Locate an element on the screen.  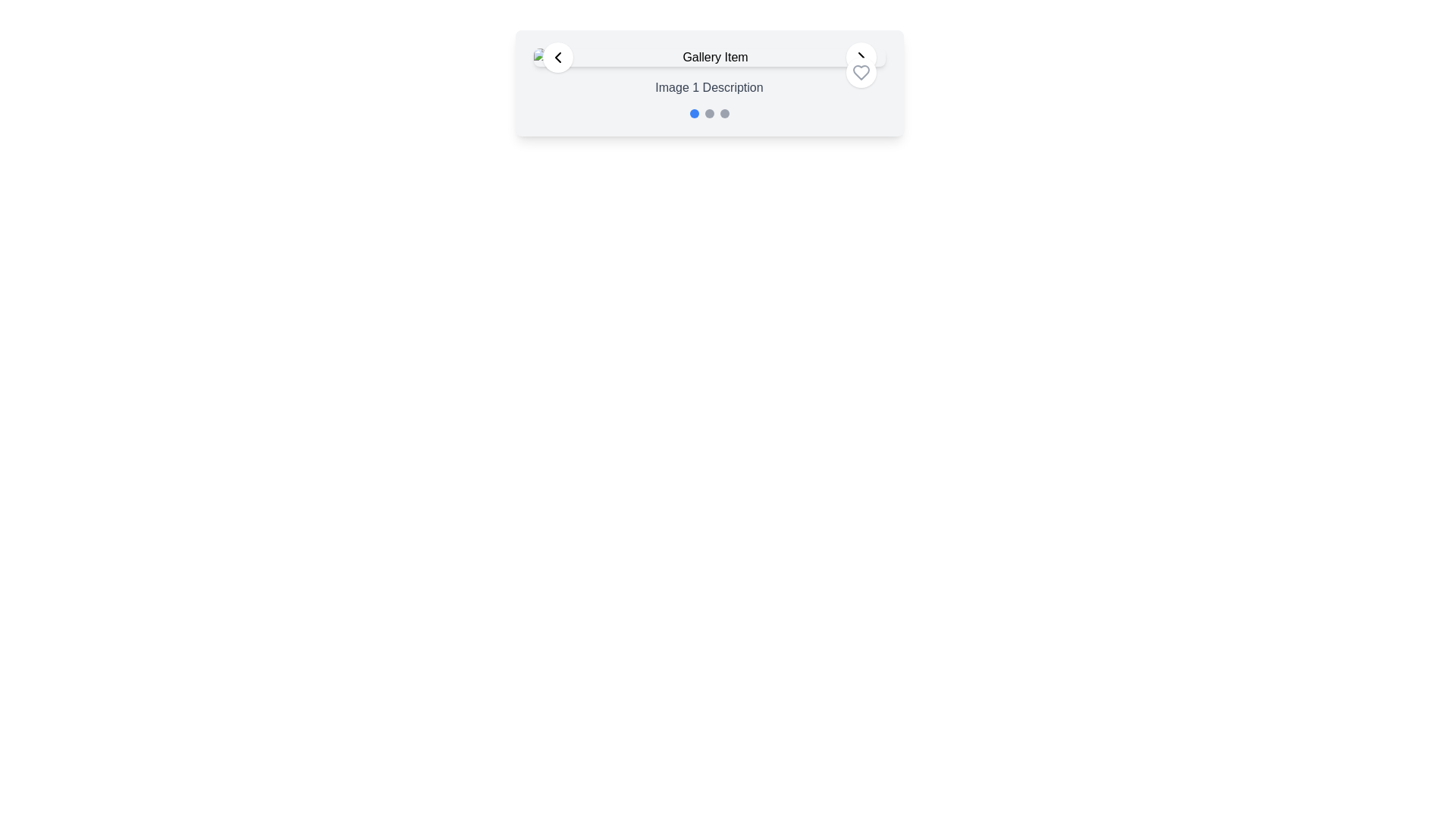
the navigation control icon located inside a circular button on the rightmost section of the interface is located at coordinates (861, 57).